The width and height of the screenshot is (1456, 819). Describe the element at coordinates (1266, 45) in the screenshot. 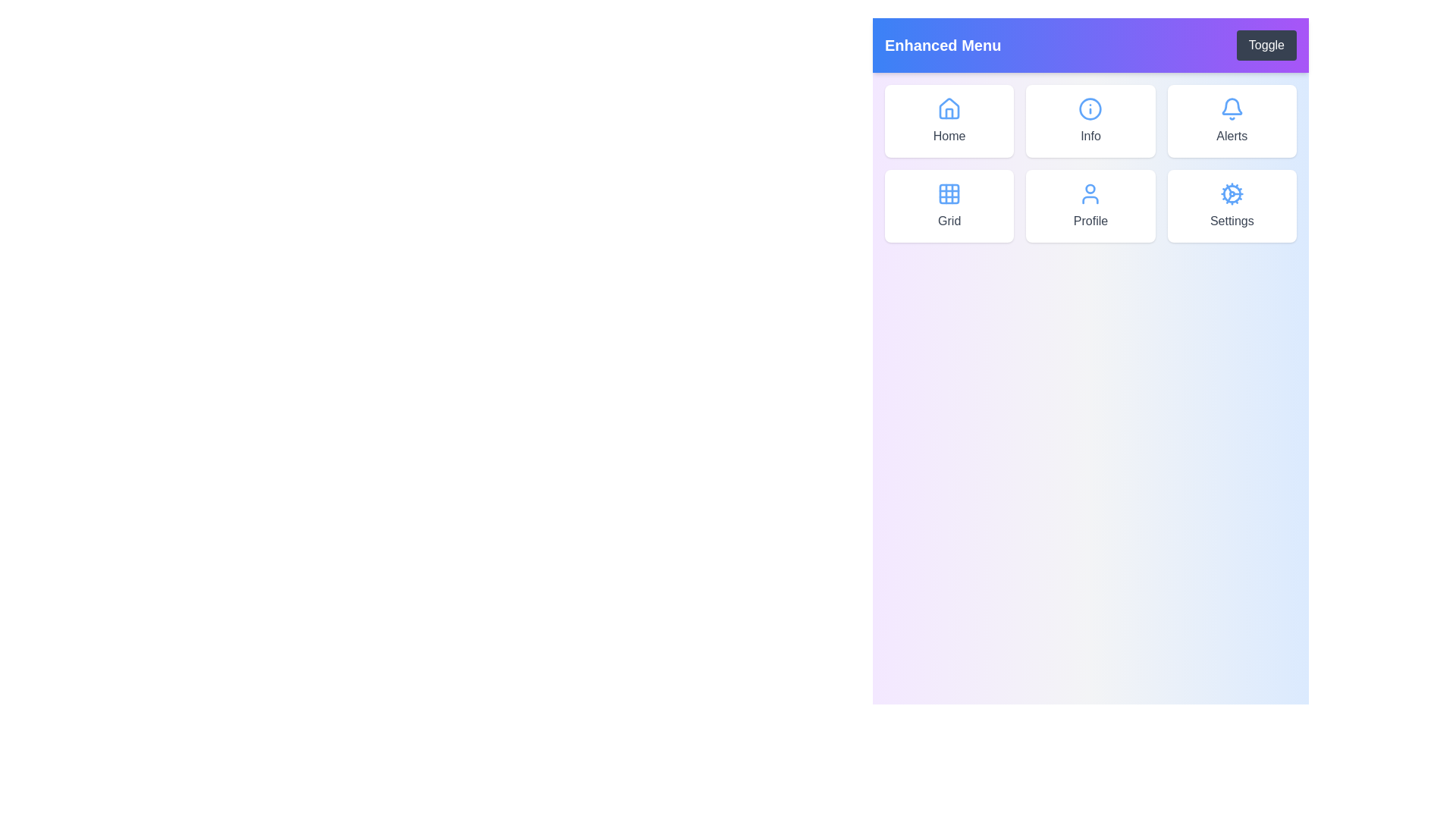

I see `the 'Toggle' button to ensure the menu items are visible for inspection` at that location.